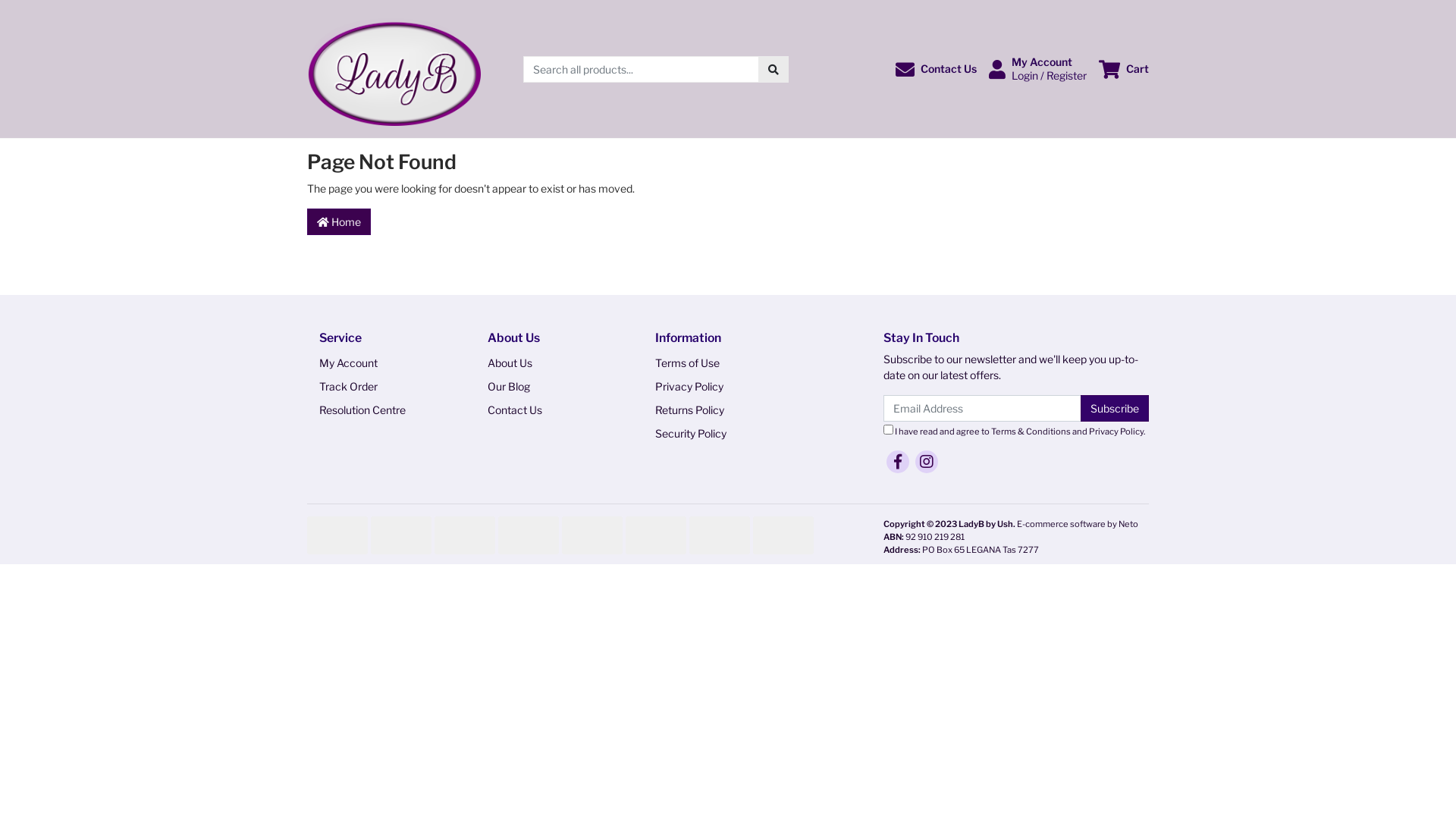 This screenshot has width=1456, height=819. Describe the element at coordinates (548, 385) in the screenshot. I see `'Our Blog'` at that location.